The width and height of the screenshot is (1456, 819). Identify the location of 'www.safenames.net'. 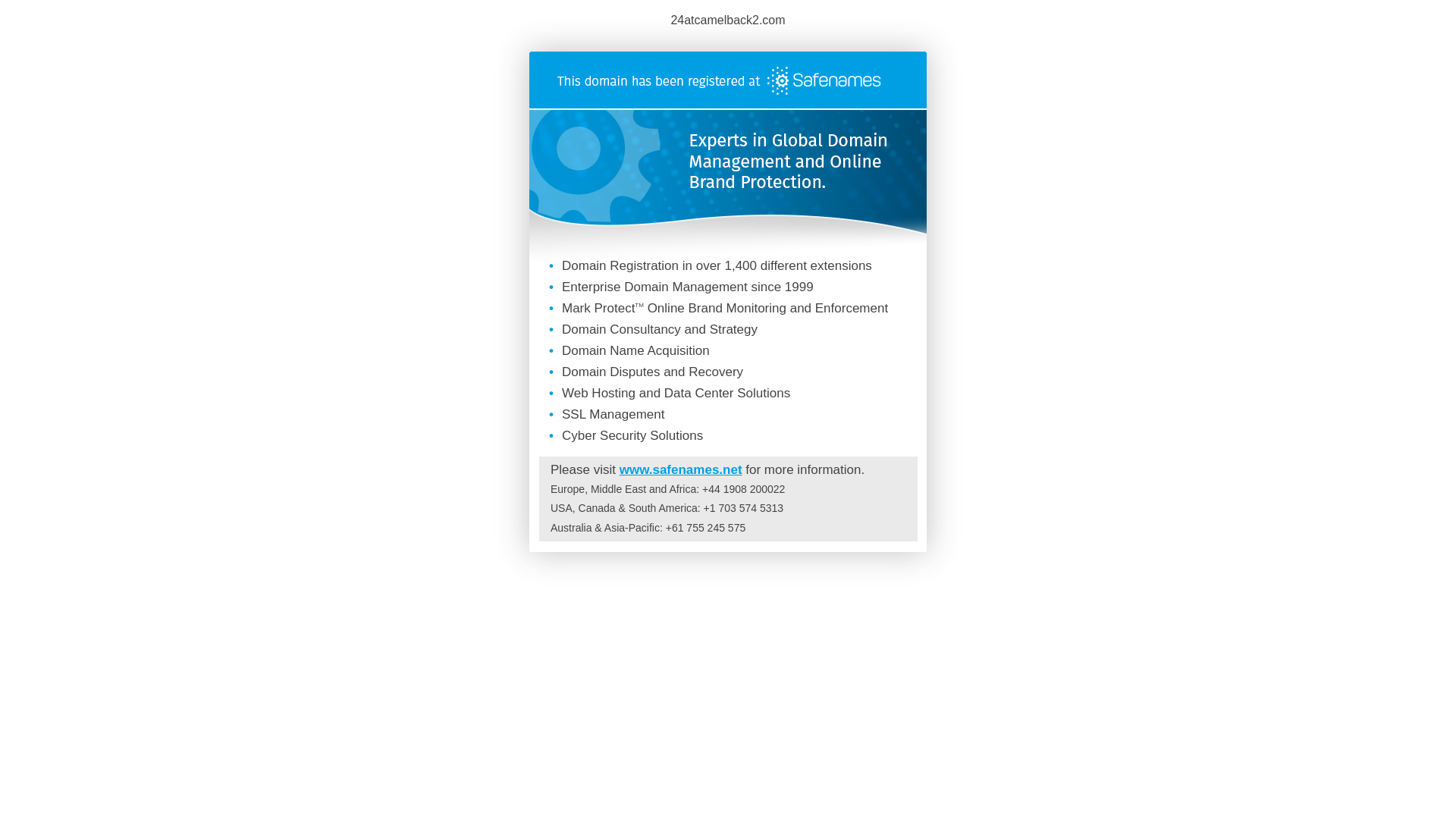
(619, 469).